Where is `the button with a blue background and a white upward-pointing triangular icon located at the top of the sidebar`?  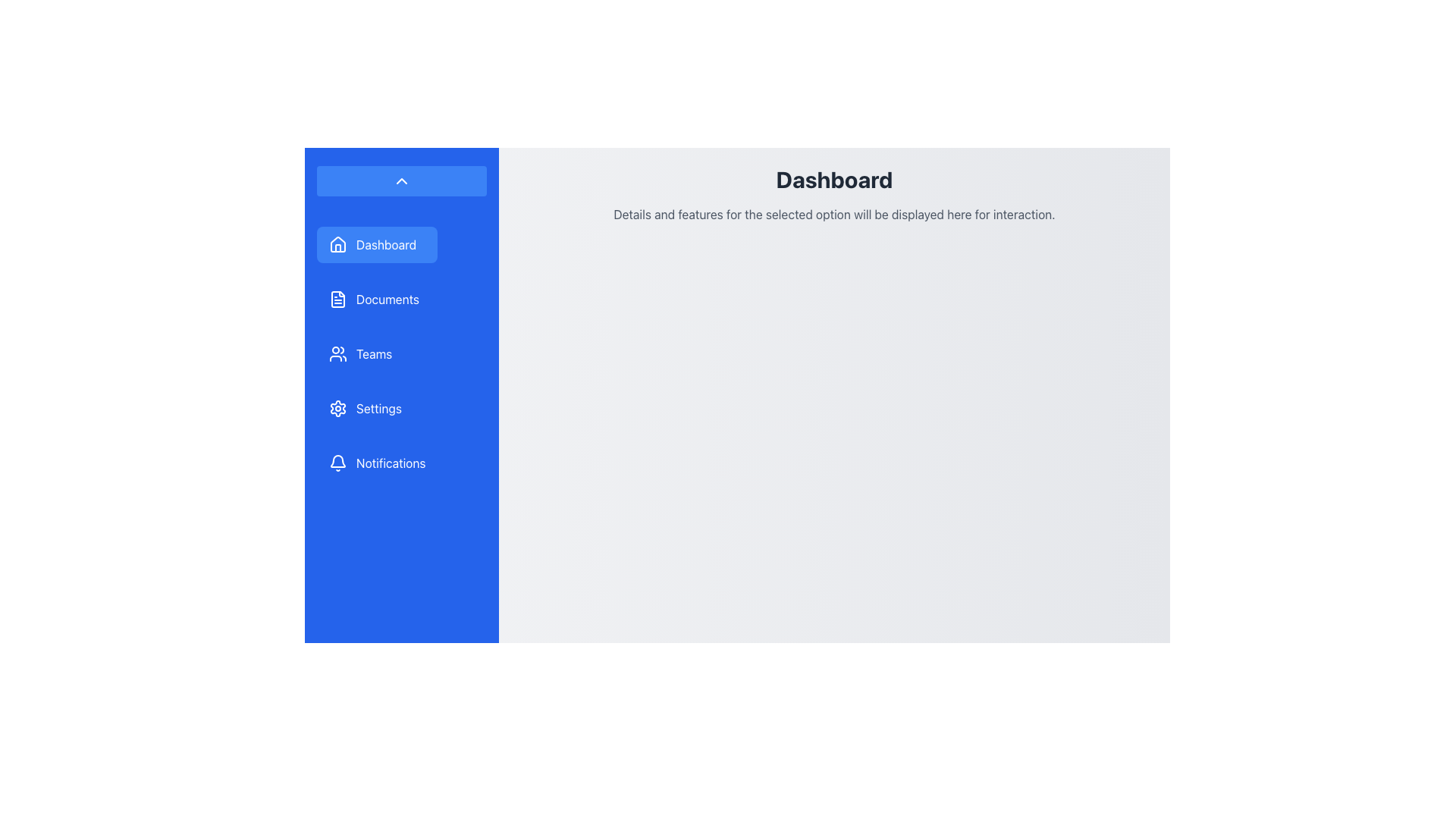
the button with a blue background and a white upward-pointing triangular icon located at the top of the sidebar is located at coordinates (401, 180).